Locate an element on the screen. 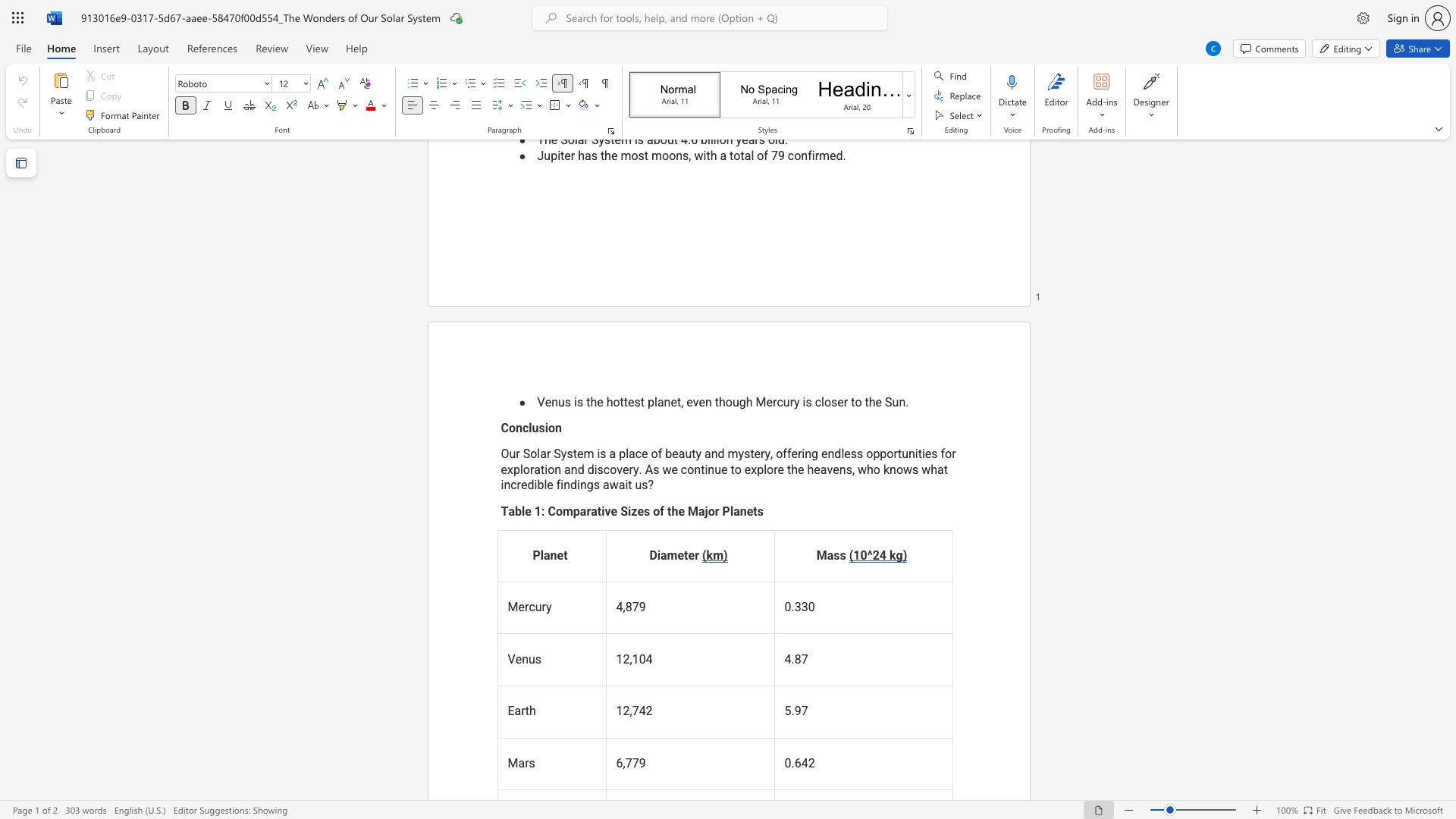 This screenshot has width=1456, height=819. the subset text "ve Sizes of the Major Plan" within the text "Table 1: Comparative Sizes of the Major Planets" is located at coordinates (604, 511).